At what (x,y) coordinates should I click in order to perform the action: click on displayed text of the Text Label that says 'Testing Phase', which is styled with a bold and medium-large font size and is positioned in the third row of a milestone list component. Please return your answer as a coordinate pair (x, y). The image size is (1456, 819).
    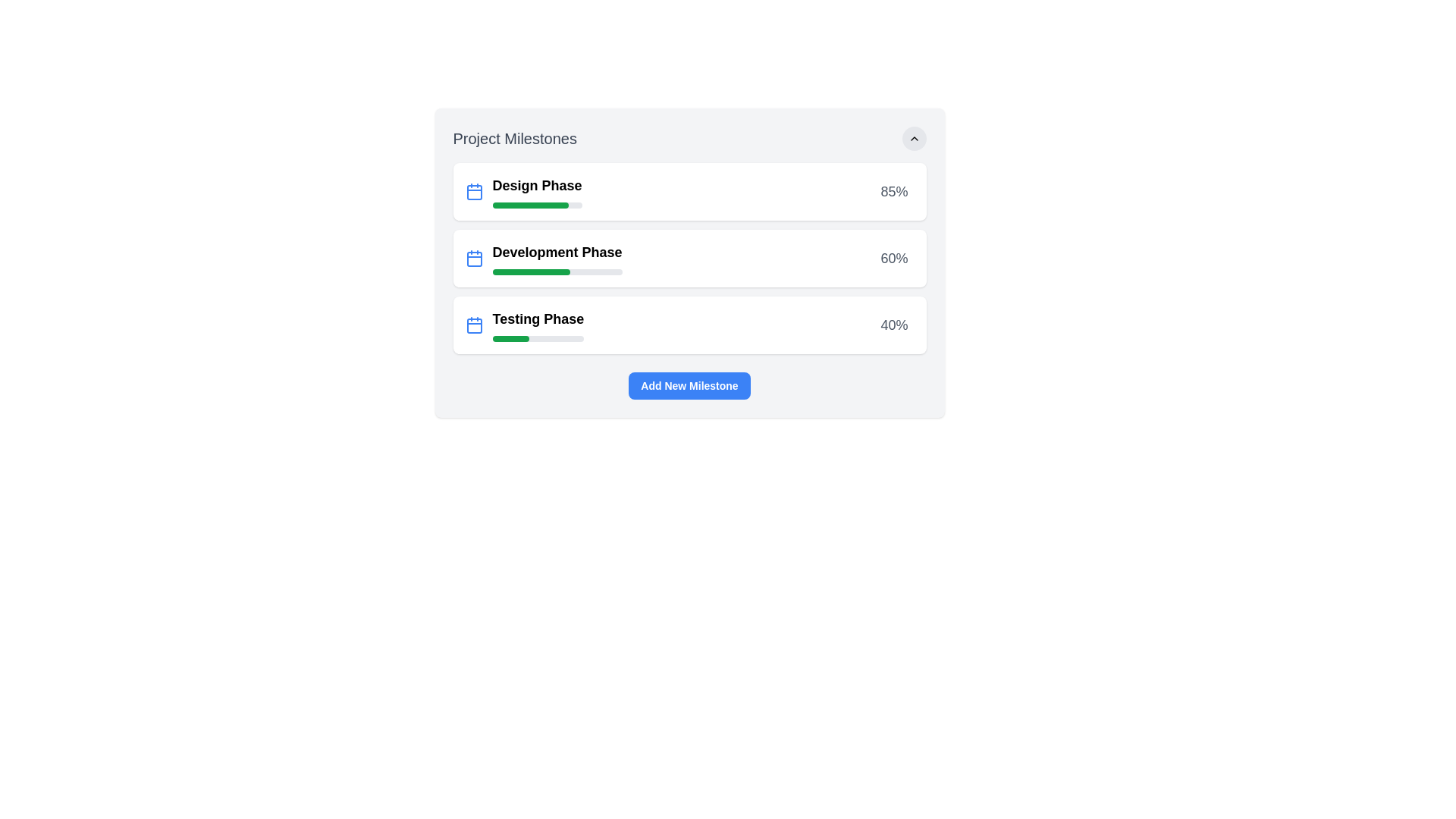
    Looking at the image, I should click on (538, 318).